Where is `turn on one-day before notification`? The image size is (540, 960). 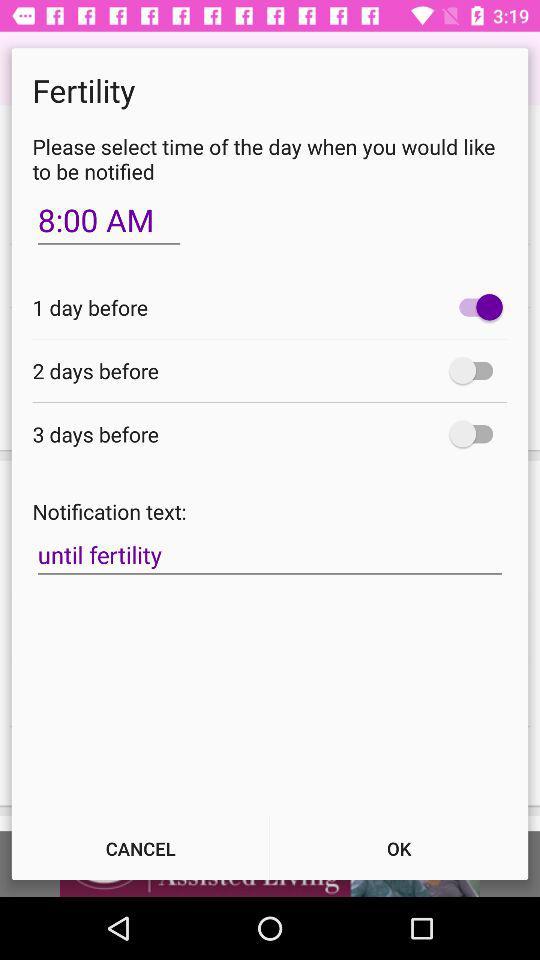
turn on one-day before notification is located at coordinates (475, 307).